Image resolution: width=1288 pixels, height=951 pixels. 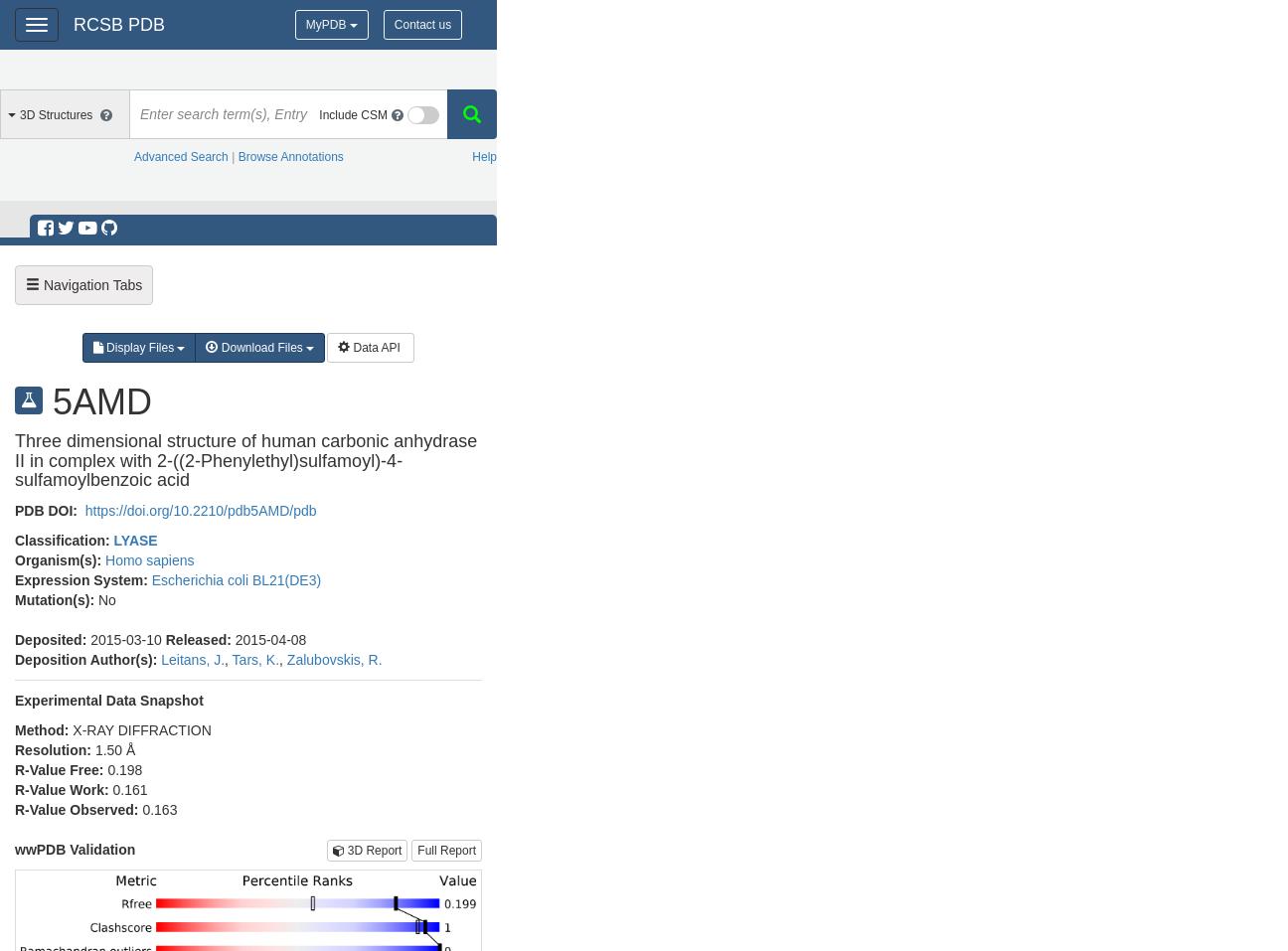 What do you see at coordinates (199, 638) in the screenshot?
I see `'Released:'` at bounding box center [199, 638].